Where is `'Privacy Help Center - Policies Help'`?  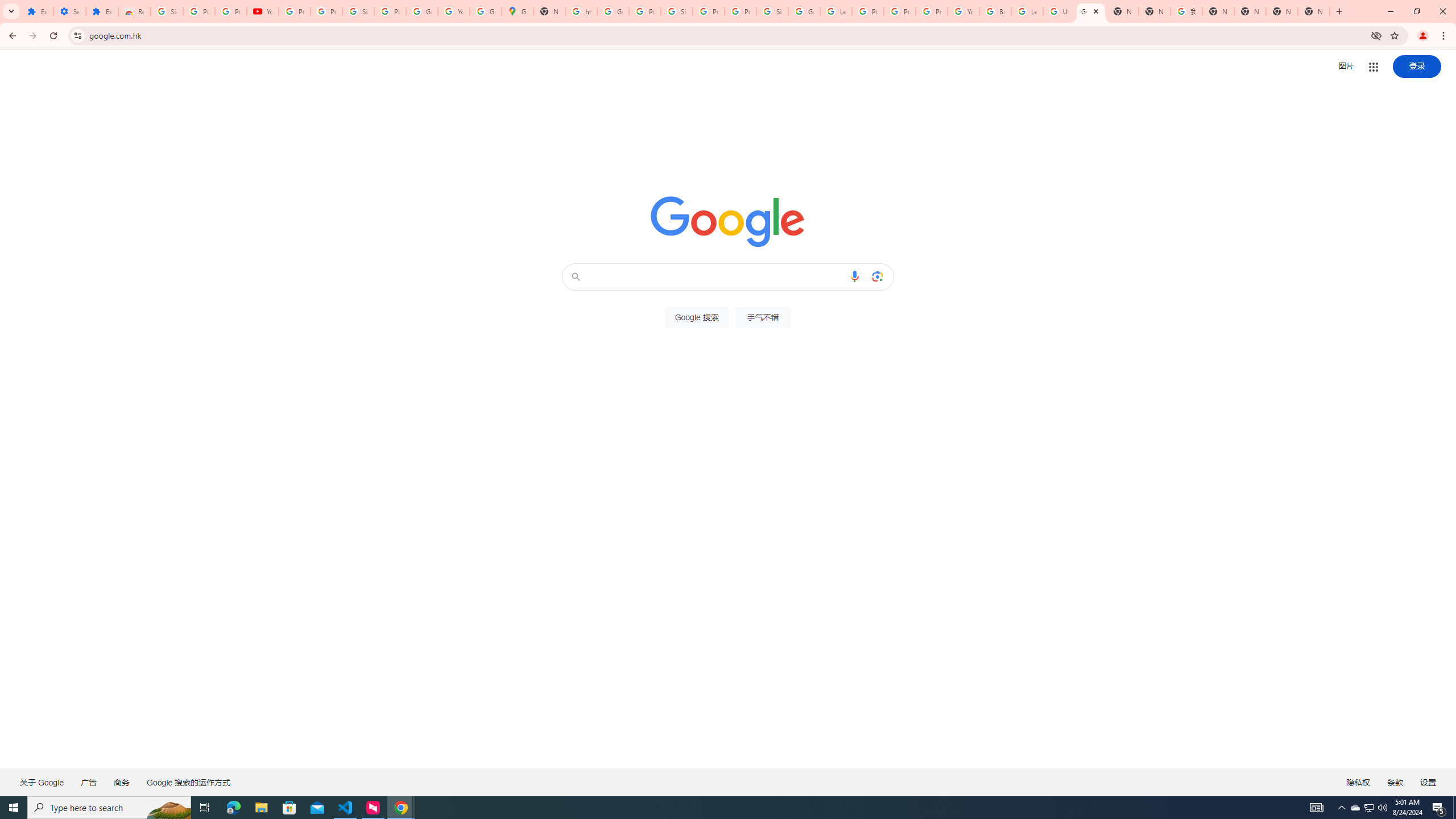
'Privacy Help Center - Policies Help' is located at coordinates (868, 11).